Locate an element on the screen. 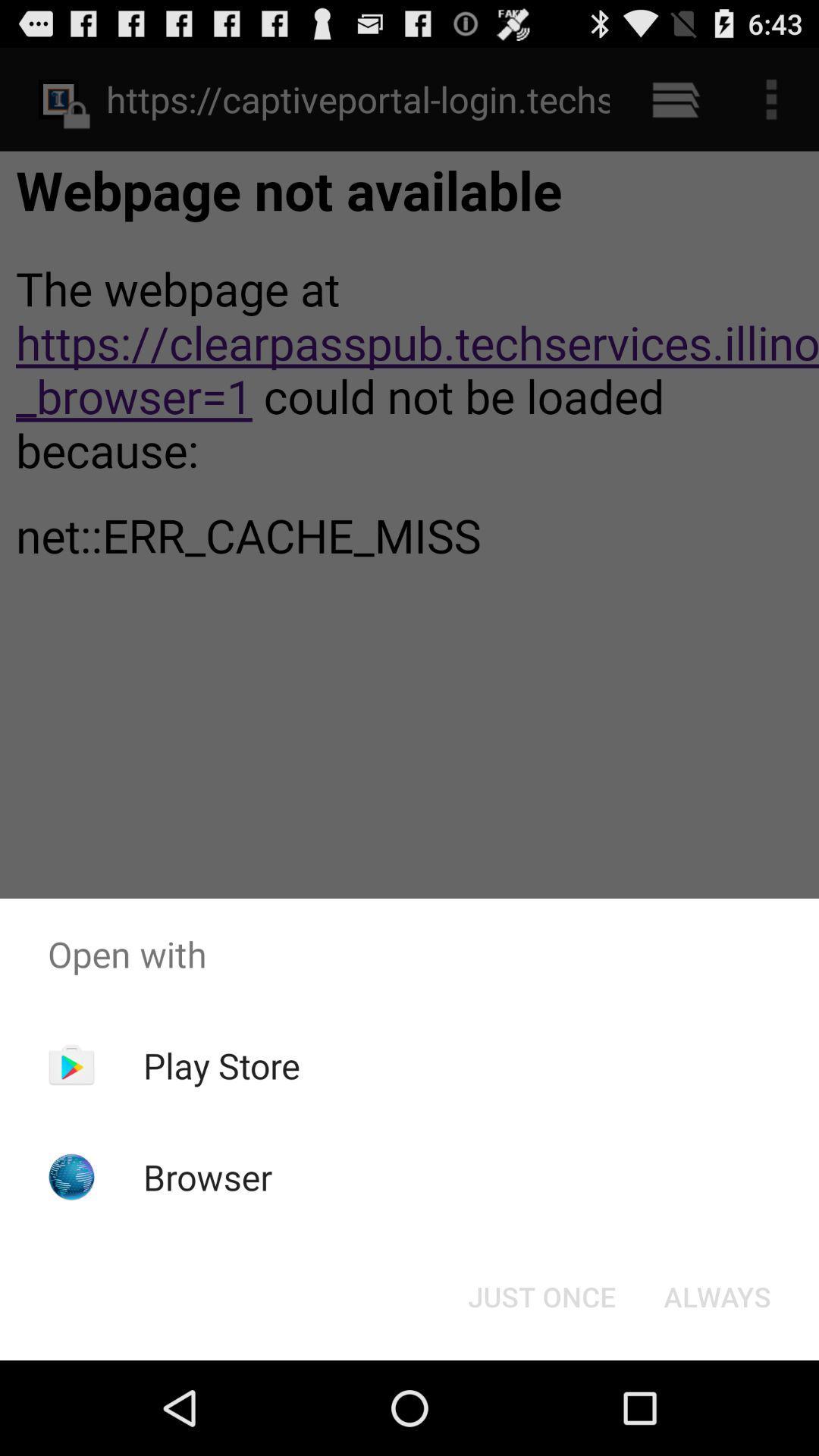 The image size is (819, 1456). the play store item is located at coordinates (221, 1065).